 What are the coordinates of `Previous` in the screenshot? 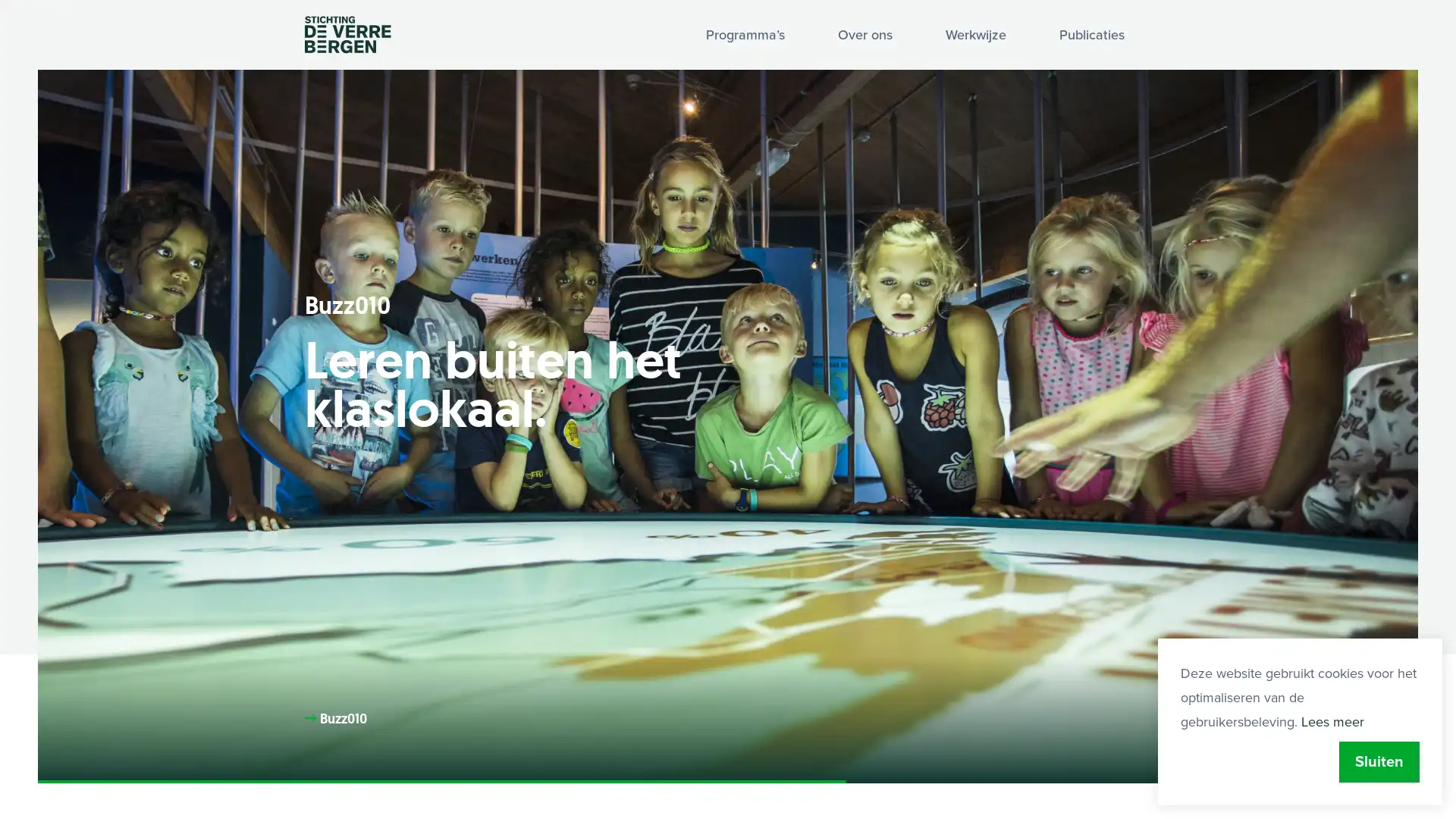 It's located at (1280, 744).